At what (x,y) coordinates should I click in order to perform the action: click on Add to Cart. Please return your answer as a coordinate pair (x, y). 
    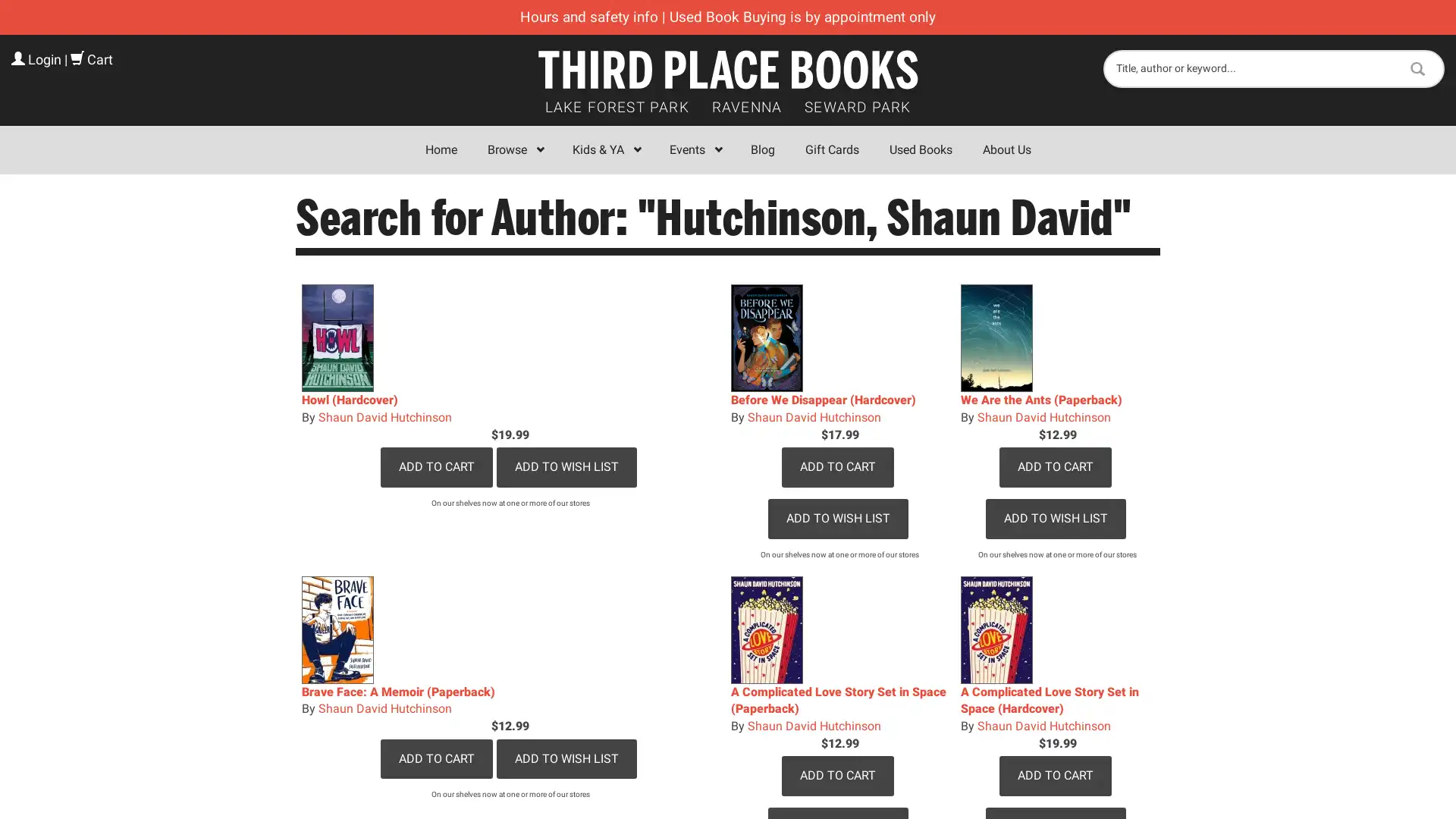
    Looking at the image, I should click on (435, 758).